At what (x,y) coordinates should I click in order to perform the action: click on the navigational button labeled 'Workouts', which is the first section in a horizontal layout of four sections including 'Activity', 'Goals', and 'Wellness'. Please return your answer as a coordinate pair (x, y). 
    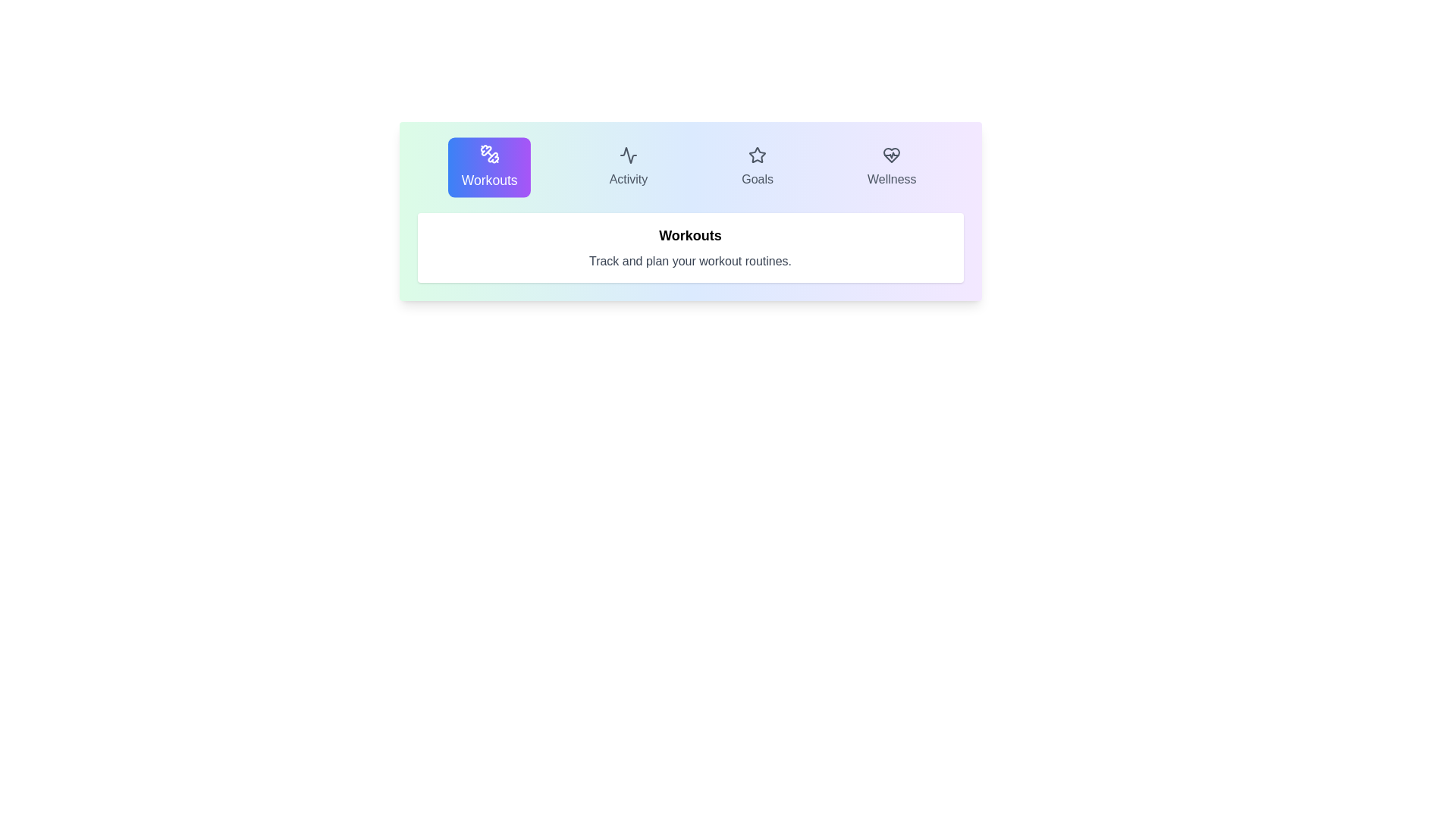
    Looking at the image, I should click on (490, 167).